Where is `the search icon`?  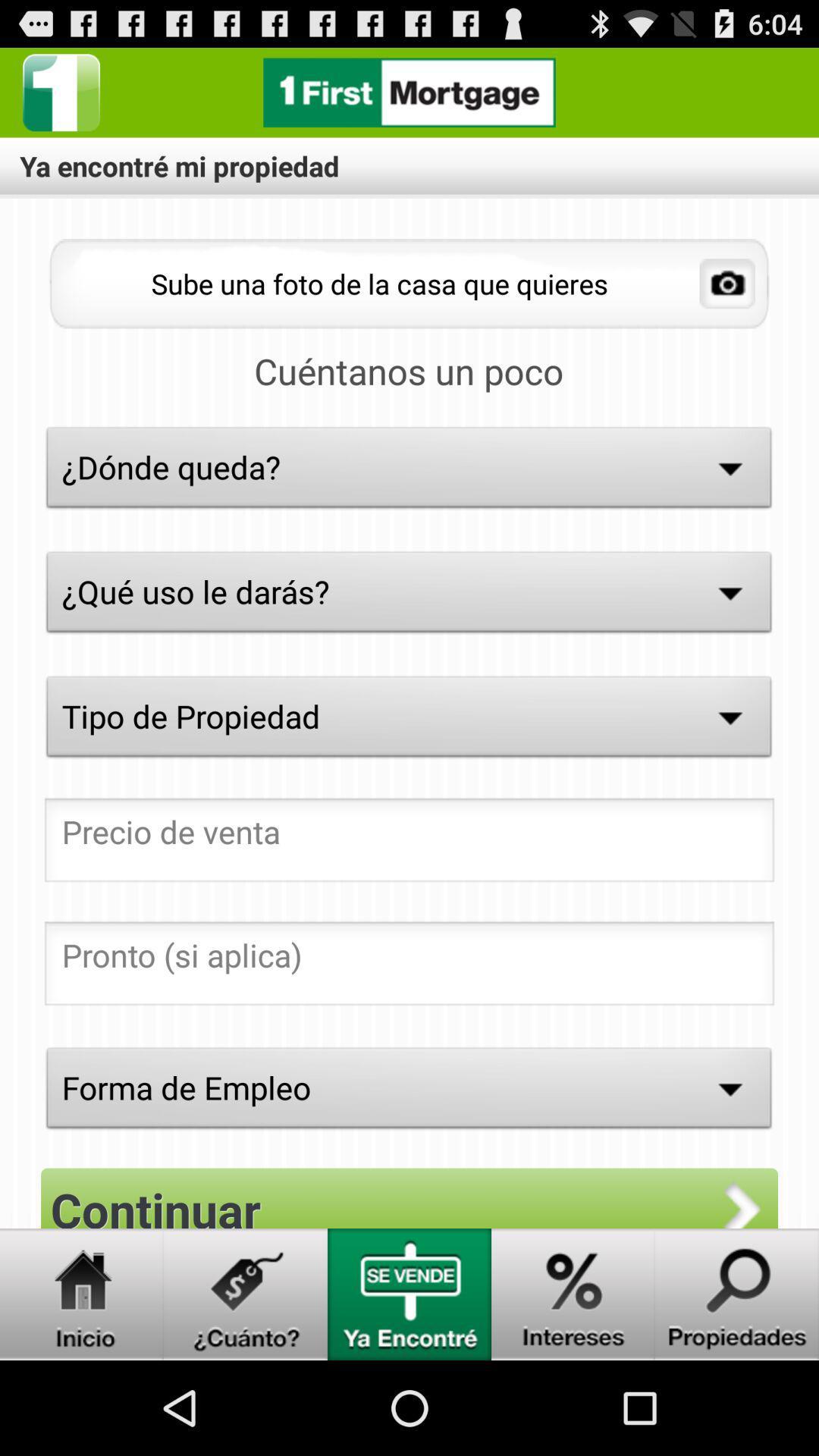
the search icon is located at coordinates (736, 1385).